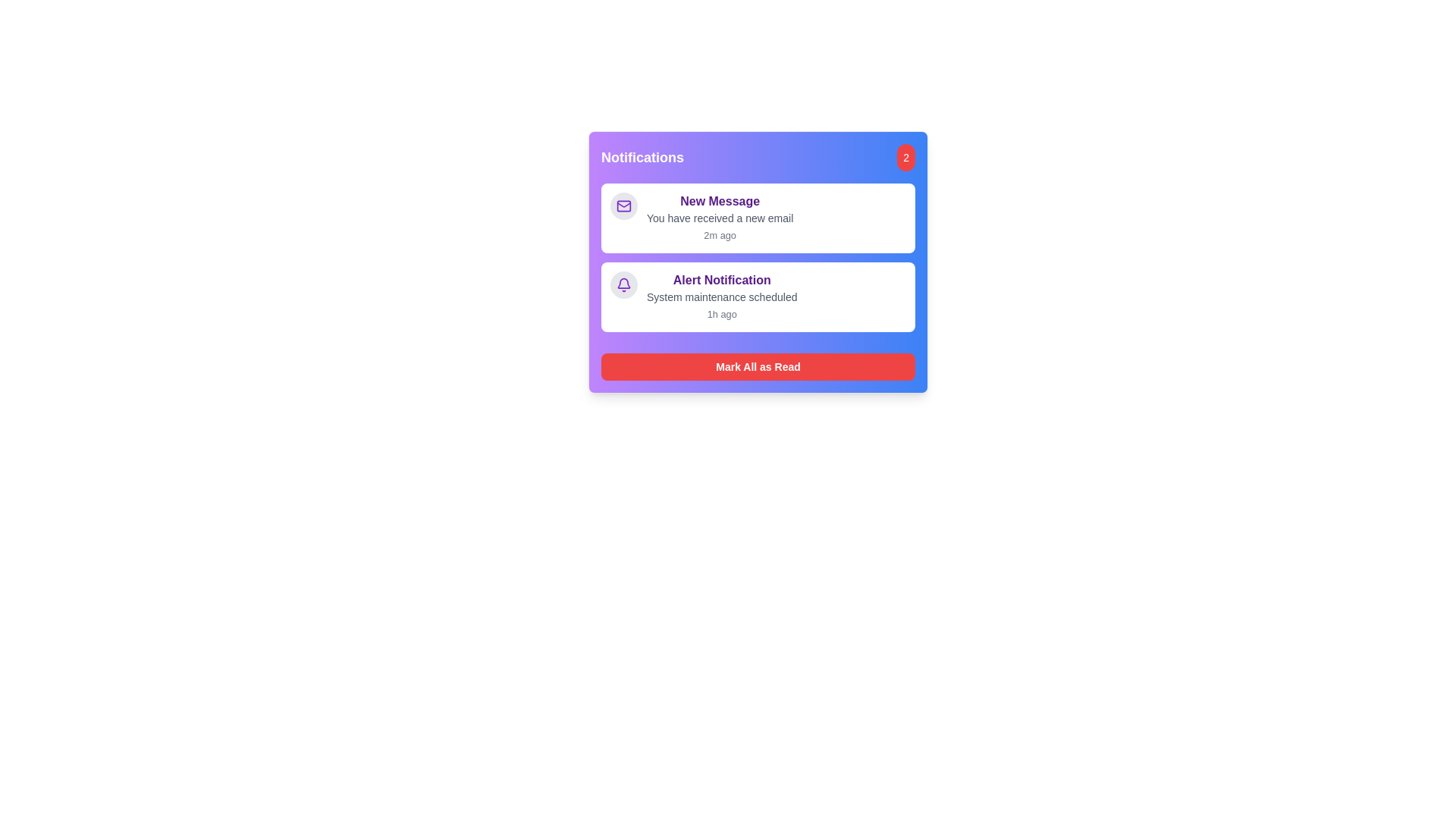 The image size is (1456, 819). Describe the element at coordinates (623, 206) in the screenshot. I see `the rectangular component of the envelope icon located within the first notification card in the notification panel` at that location.